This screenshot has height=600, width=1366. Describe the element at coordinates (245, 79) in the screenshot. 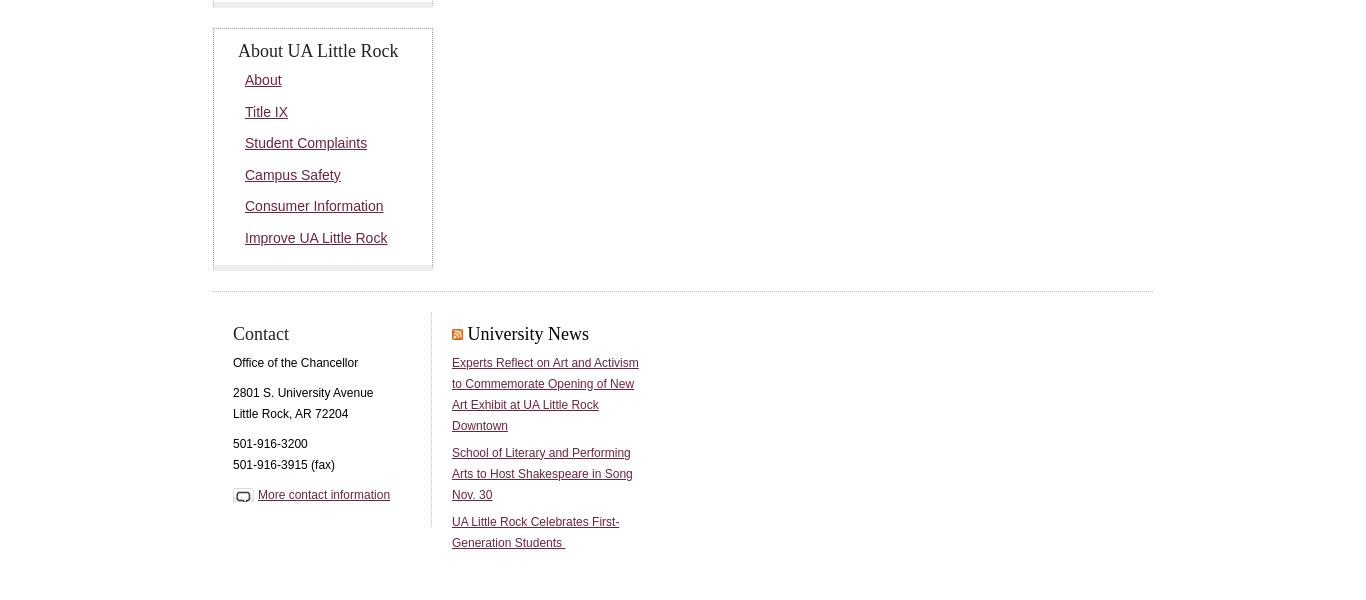

I see `'About'` at that location.